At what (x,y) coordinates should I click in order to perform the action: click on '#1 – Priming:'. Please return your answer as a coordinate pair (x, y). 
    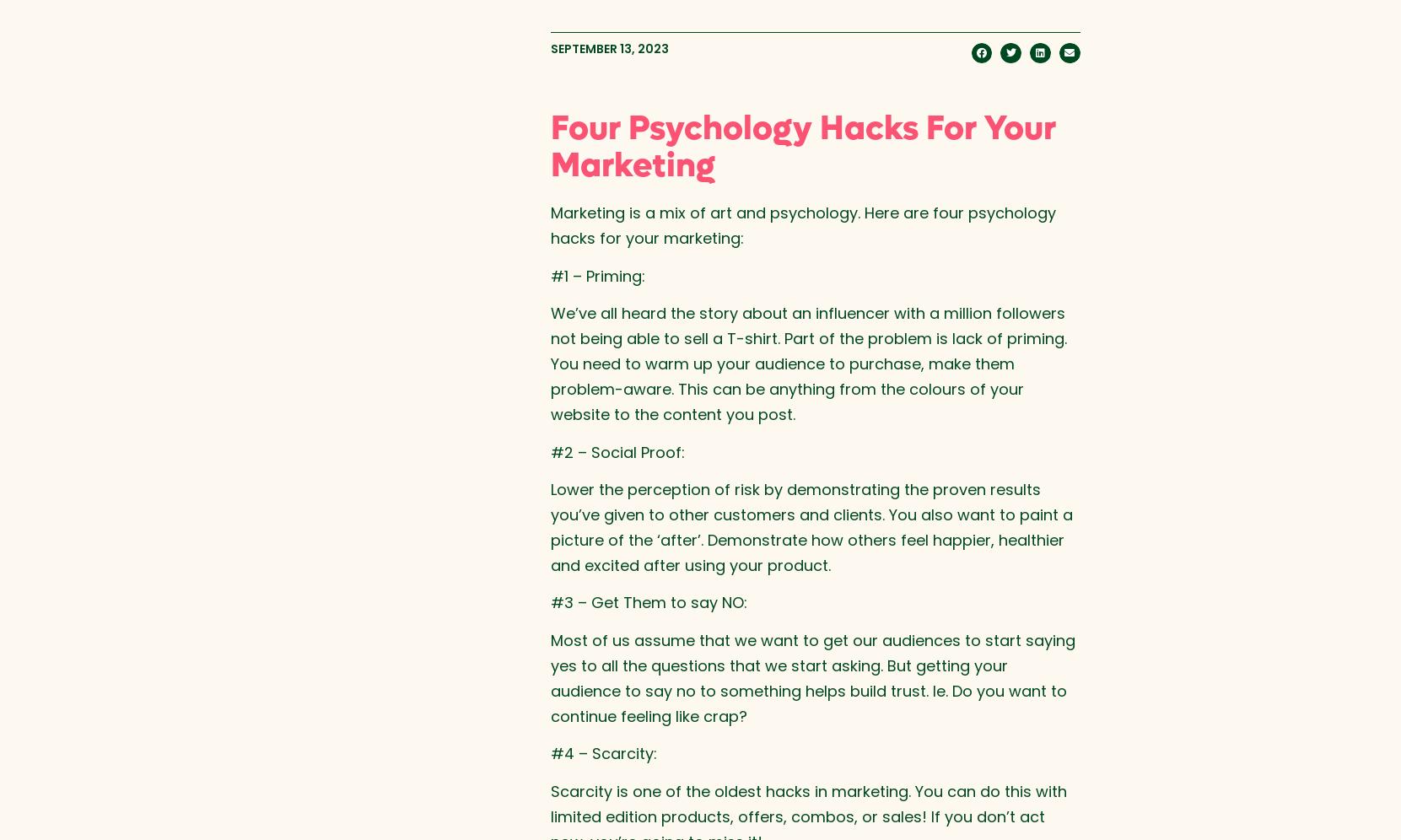
    Looking at the image, I should click on (596, 274).